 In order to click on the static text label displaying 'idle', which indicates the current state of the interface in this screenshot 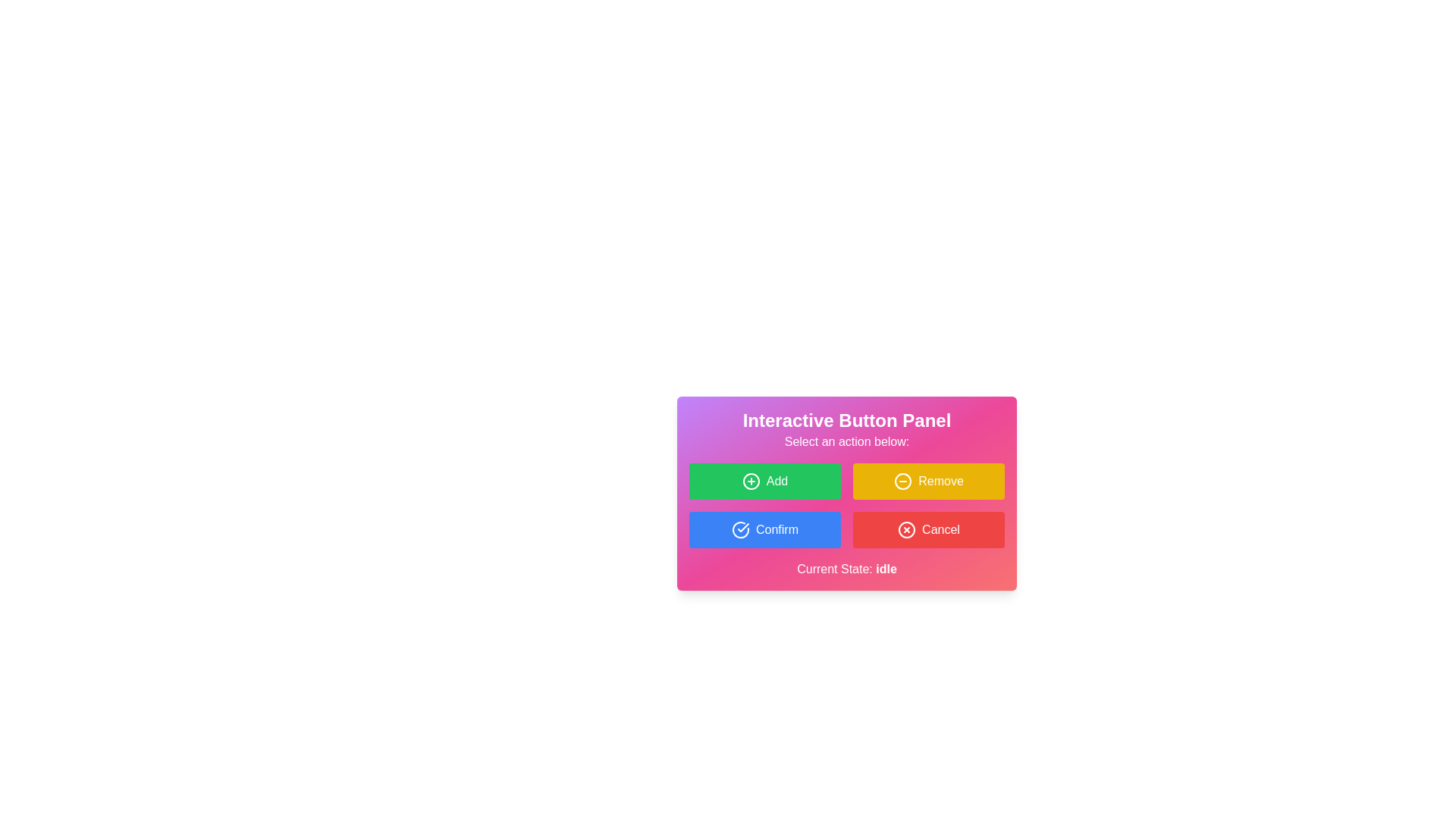, I will do `click(886, 569)`.